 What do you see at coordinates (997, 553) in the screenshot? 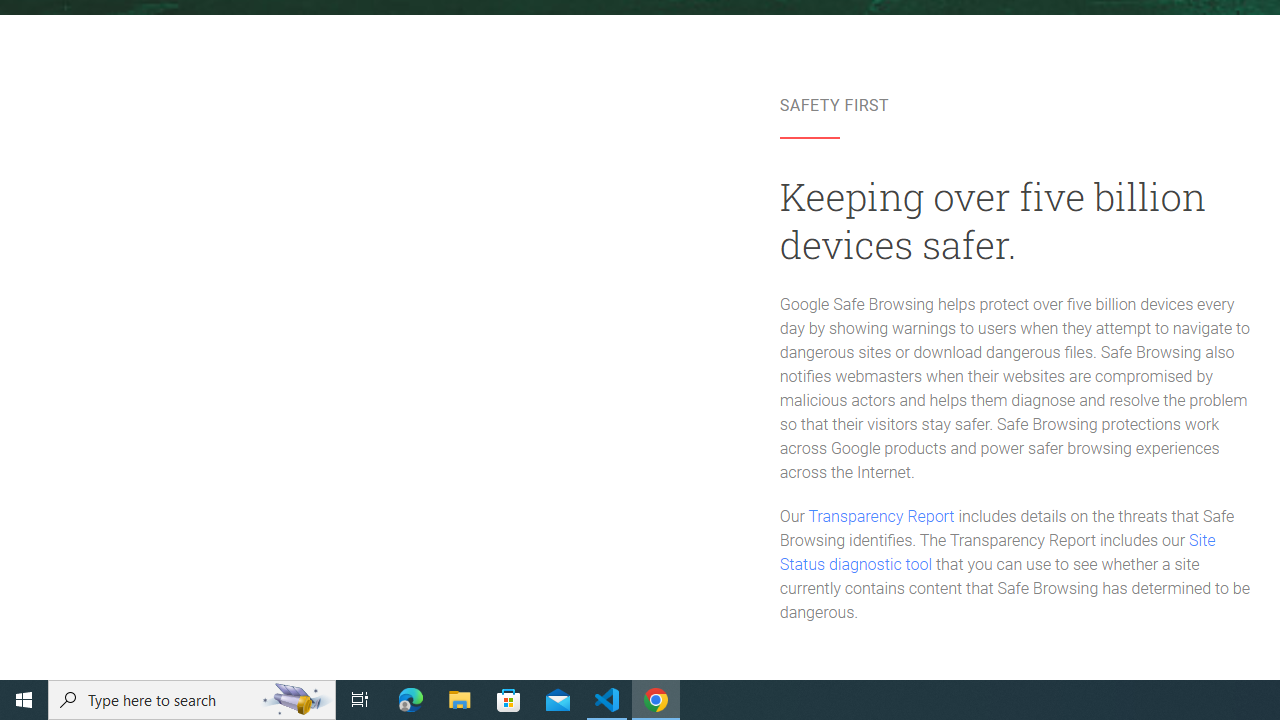
I see `'Site Status diagnostic tool'` at bounding box center [997, 553].